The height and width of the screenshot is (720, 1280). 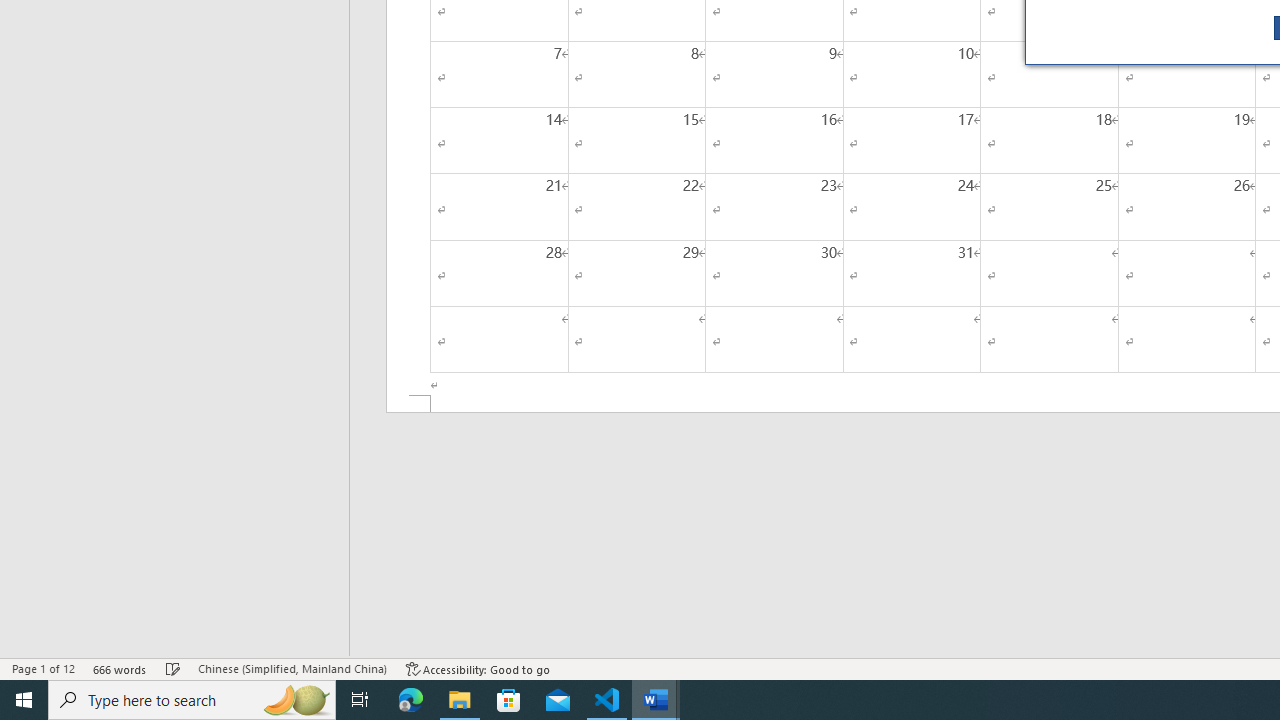 What do you see at coordinates (359, 698) in the screenshot?
I see `'Task View'` at bounding box center [359, 698].